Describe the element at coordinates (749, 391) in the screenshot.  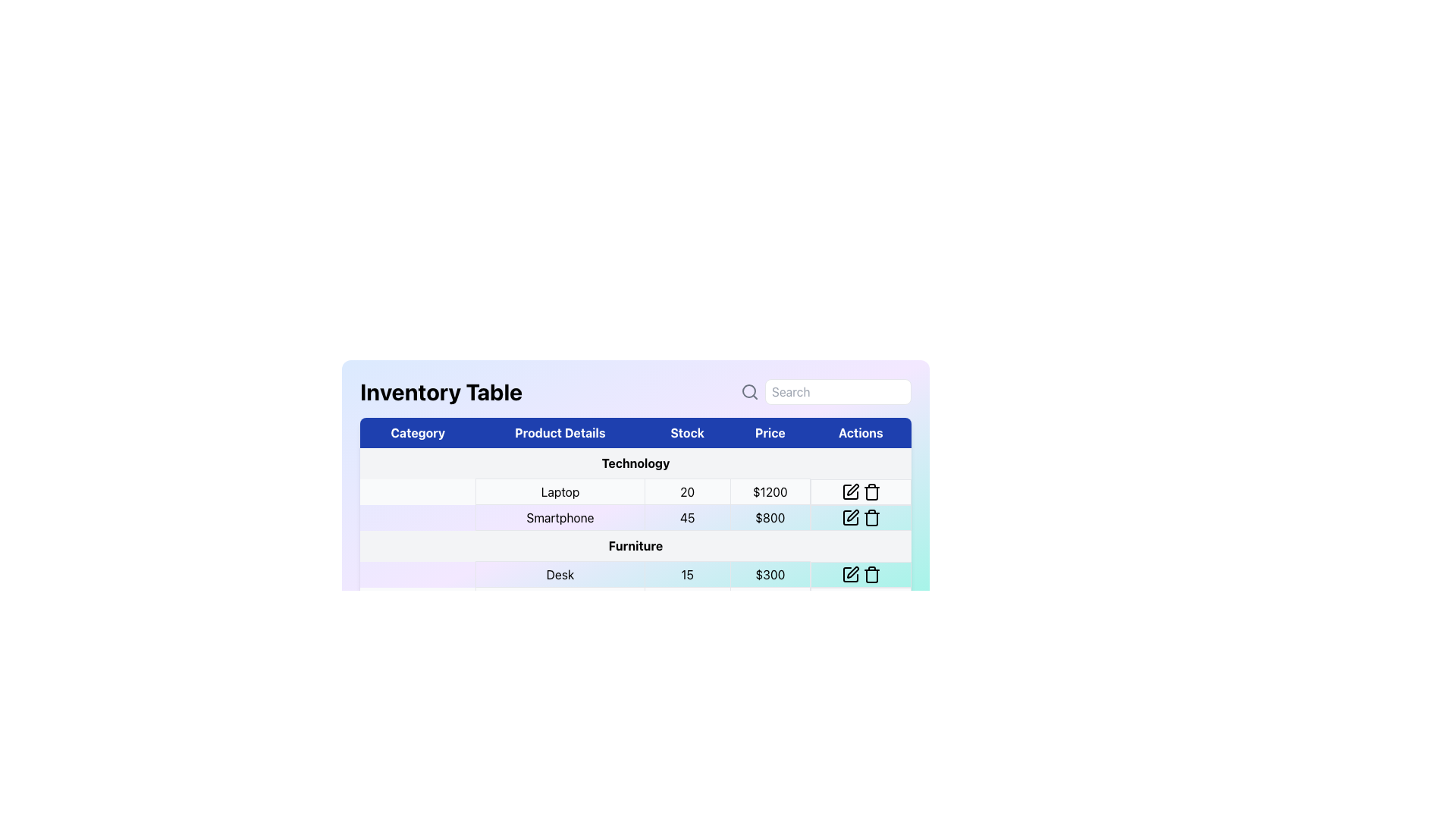
I see `the search icon located to the left of the 'Search' text input field in the header section above the 'Inventory Table'` at that location.